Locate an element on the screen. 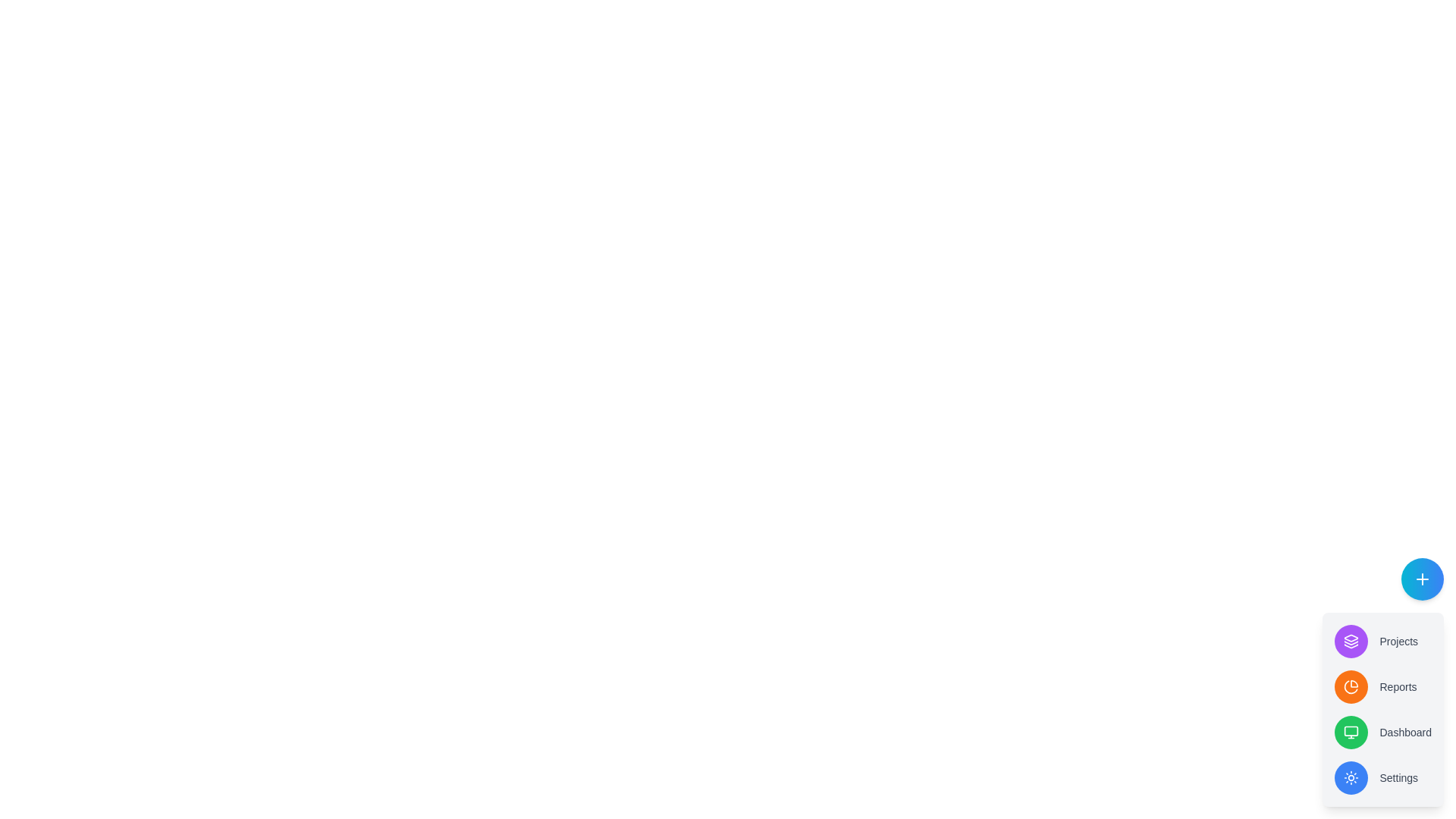 Image resolution: width=1456 pixels, height=819 pixels. the 'Dashboard' navigation item in the menu for keyboard navigation is located at coordinates (1382, 731).